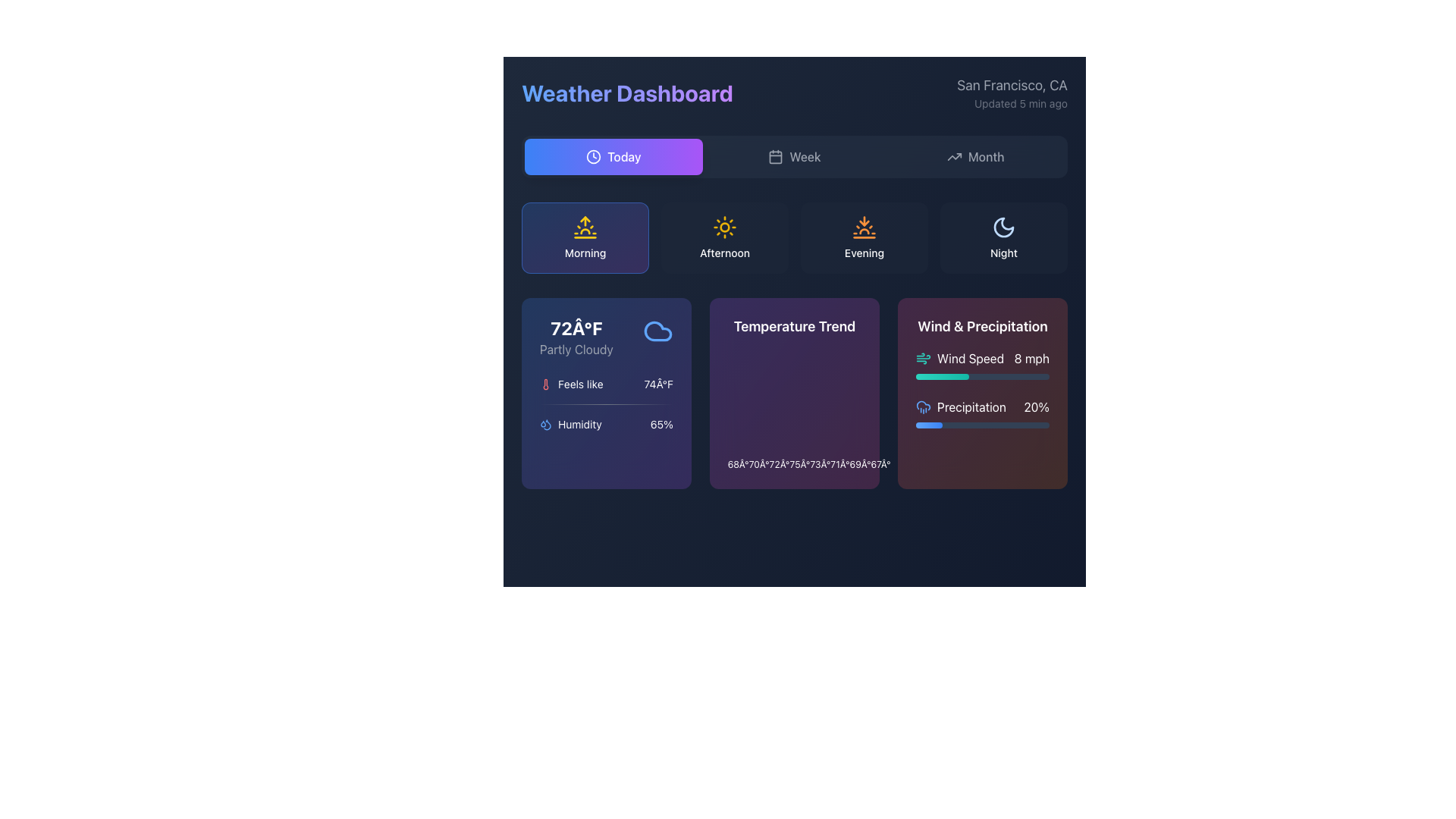 The height and width of the screenshot is (819, 1456). I want to click on precipitation level, so click(963, 376).